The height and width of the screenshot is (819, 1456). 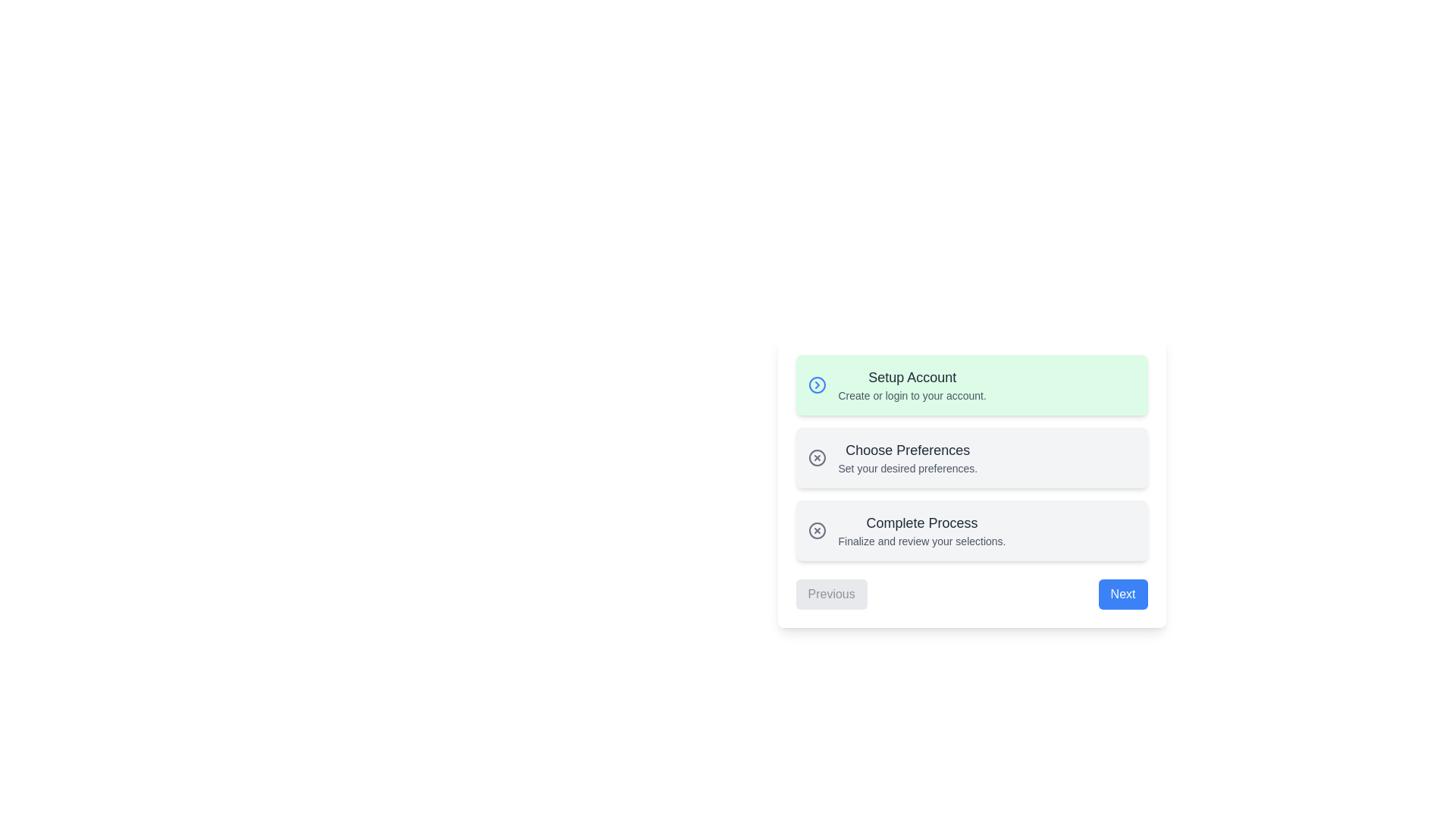 What do you see at coordinates (971, 457) in the screenshot?
I see `the 'Choose Preferences' card, which is the second card in a vertically-stacked list` at bounding box center [971, 457].